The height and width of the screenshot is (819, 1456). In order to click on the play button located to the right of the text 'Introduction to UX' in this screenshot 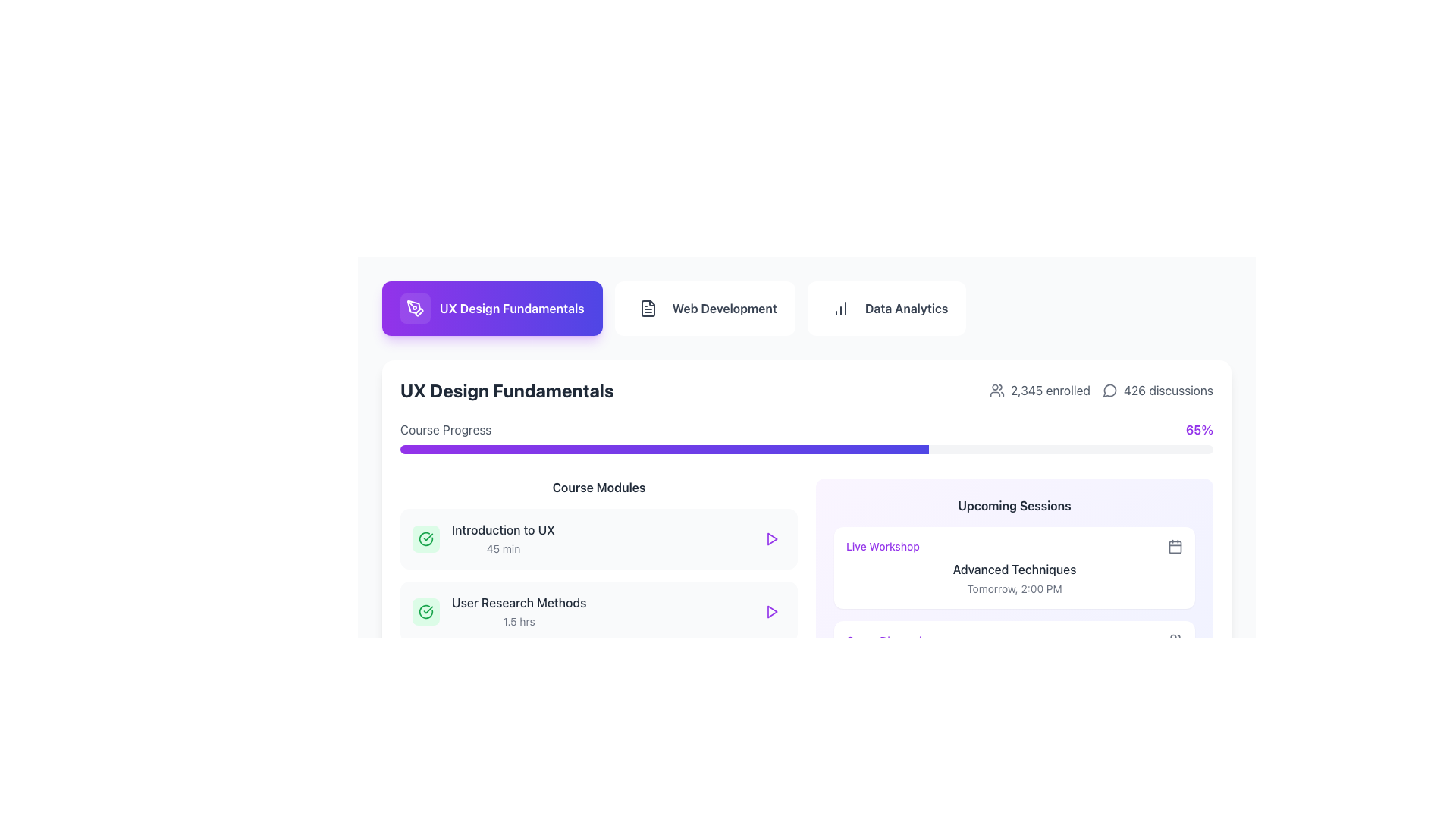, I will do `click(771, 538)`.